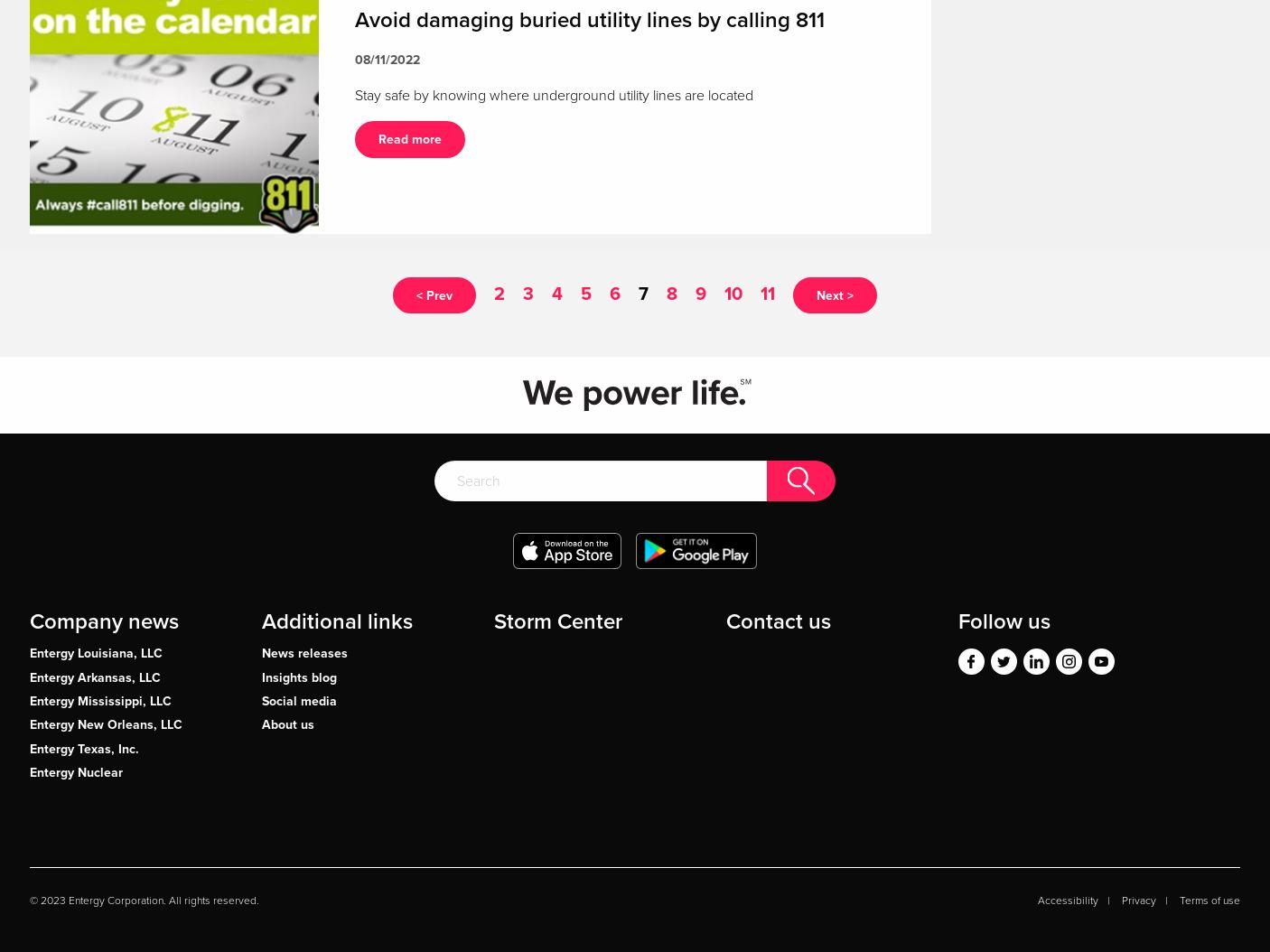 The width and height of the screenshot is (1270, 952). Describe the element at coordinates (615, 292) in the screenshot. I see `'6'` at that location.